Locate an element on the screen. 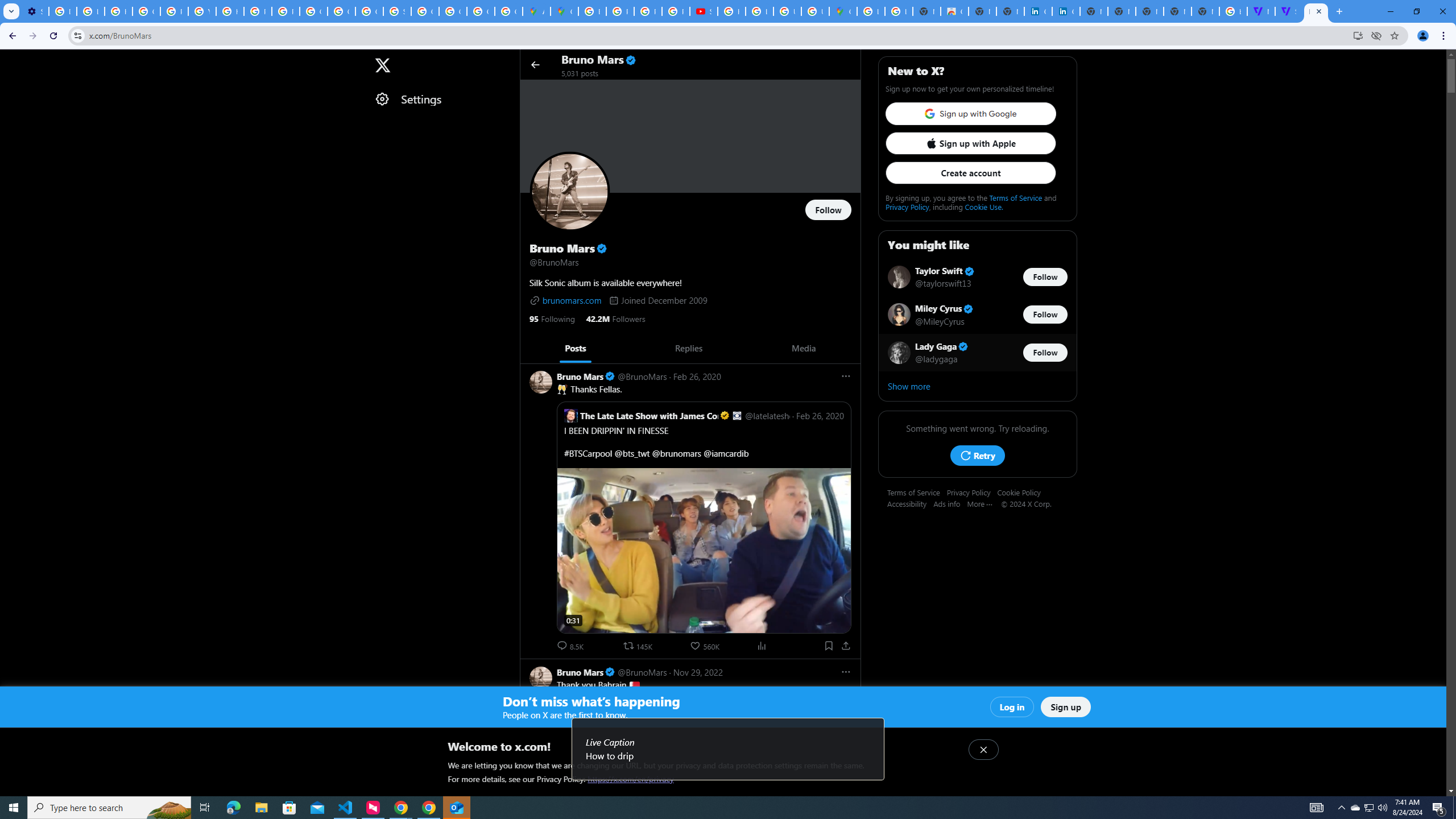 This screenshot has width=1456, height=819. 'Opens profile photo' is located at coordinates (570, 192).